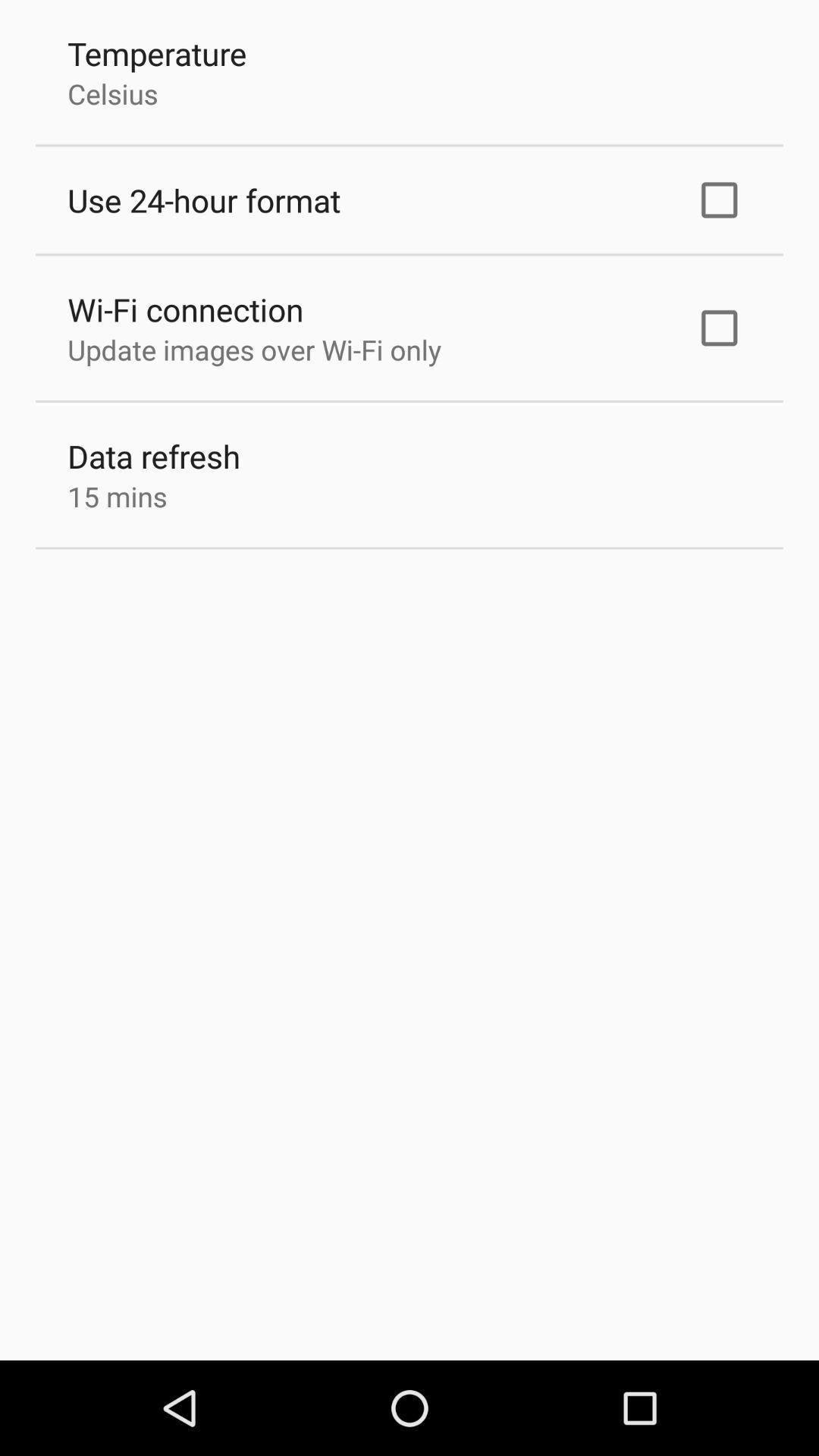 This screenshot has width=819, height=1456. I want to click on update images over icon, so click(253, 349).